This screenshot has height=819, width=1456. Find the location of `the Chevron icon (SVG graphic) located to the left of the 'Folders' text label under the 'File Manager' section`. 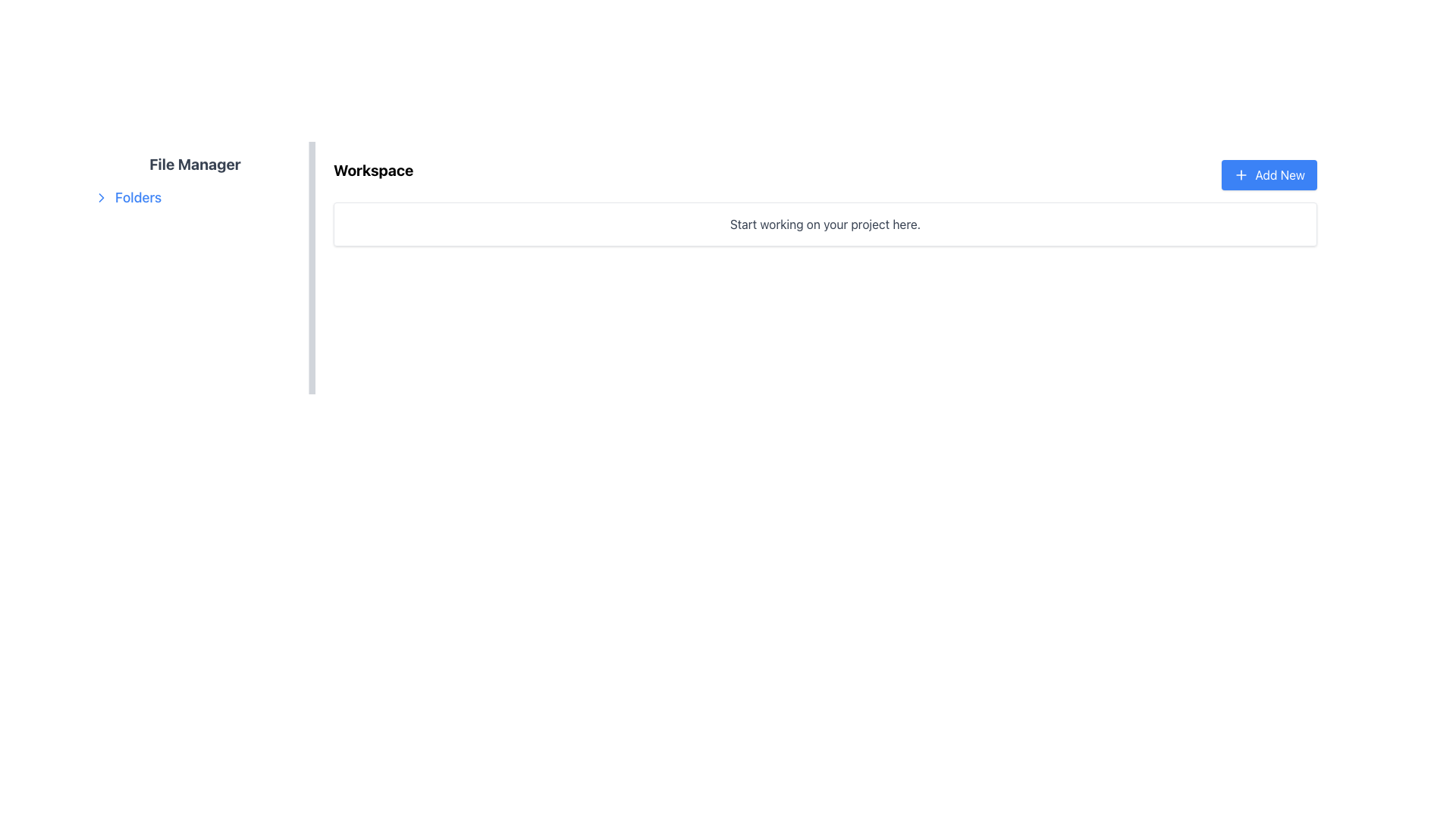

the Chevron icon (SVG graphic) located to the left of the 'Folders' text label under the 'File Manager' section is located at coordinates (101, 197).